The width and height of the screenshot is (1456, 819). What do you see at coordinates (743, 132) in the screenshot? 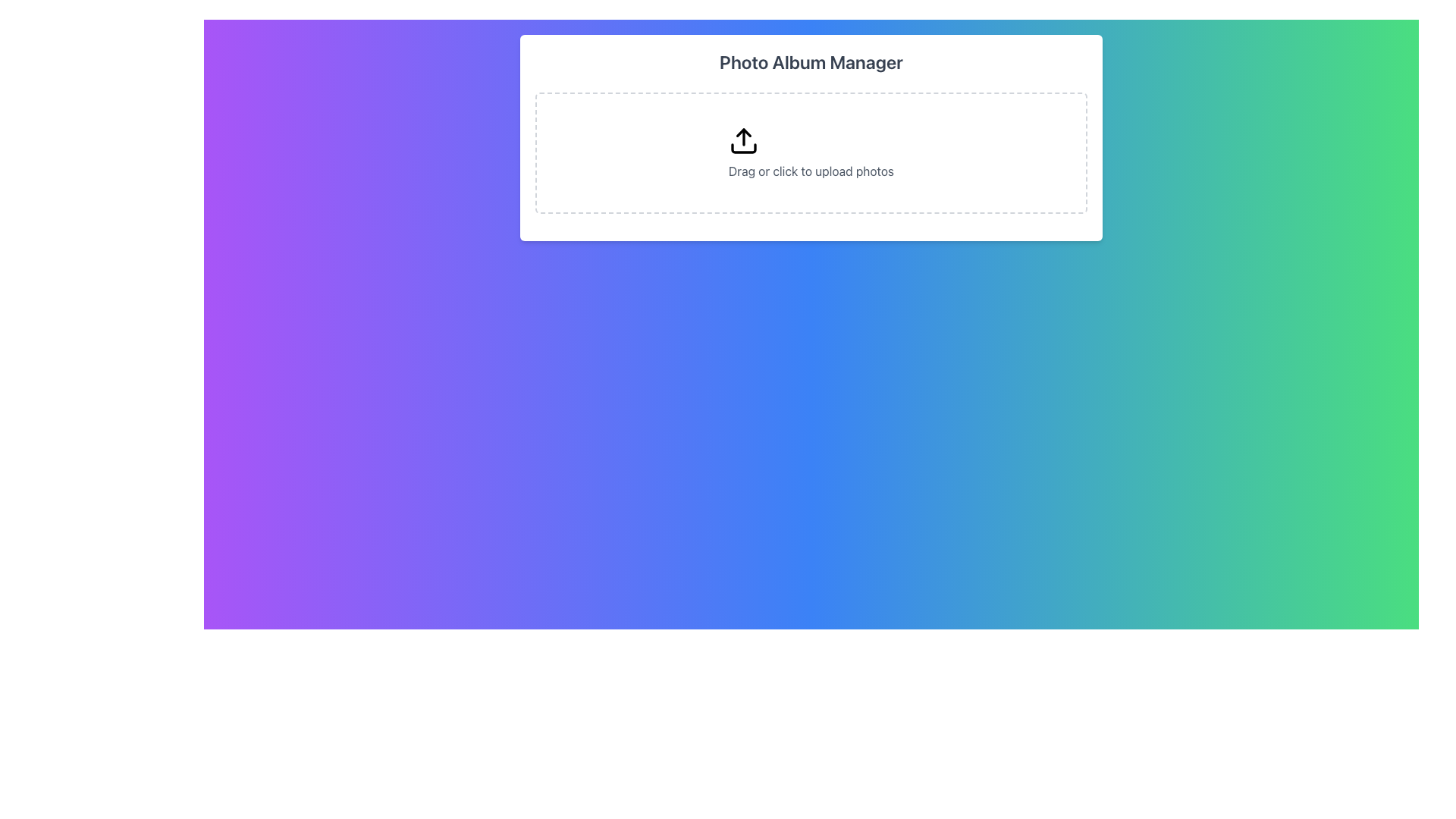
I see `the top part of the upload icon, which is part of a dashed rectangle below the 'Photo Album Manager' heading` at bounding box center [743, 132].